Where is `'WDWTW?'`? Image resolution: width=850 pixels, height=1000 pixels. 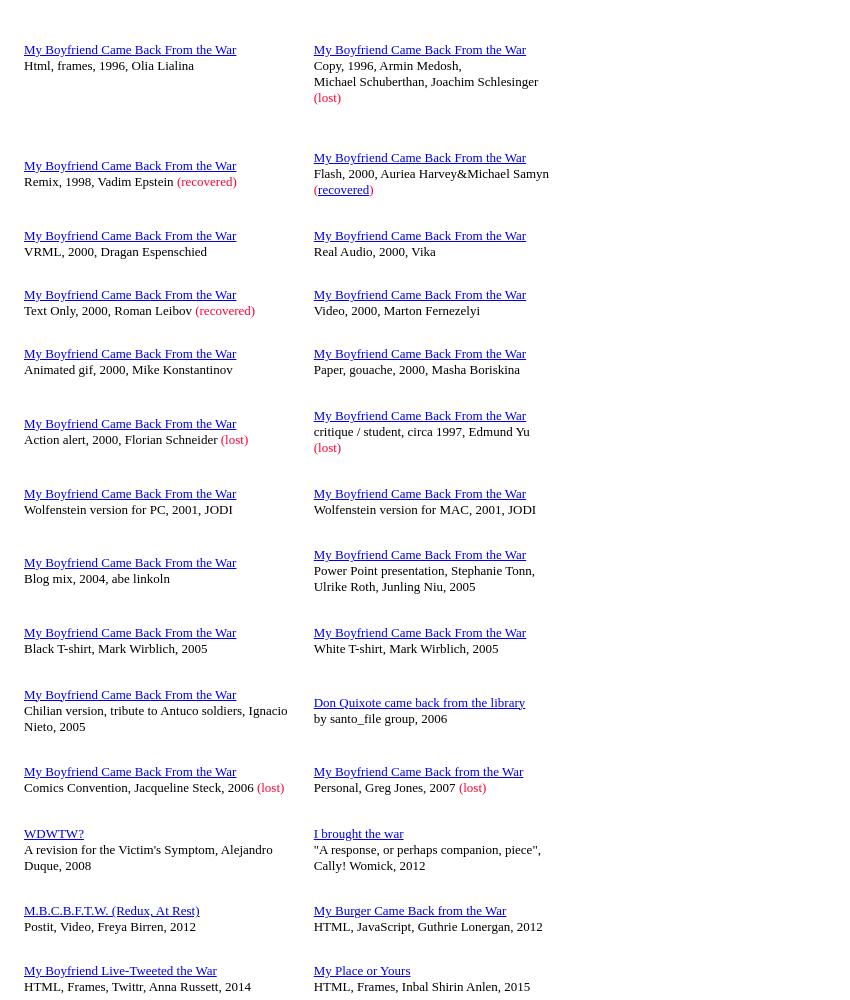 'WDWTW?' is located at coordinates (53, 831).